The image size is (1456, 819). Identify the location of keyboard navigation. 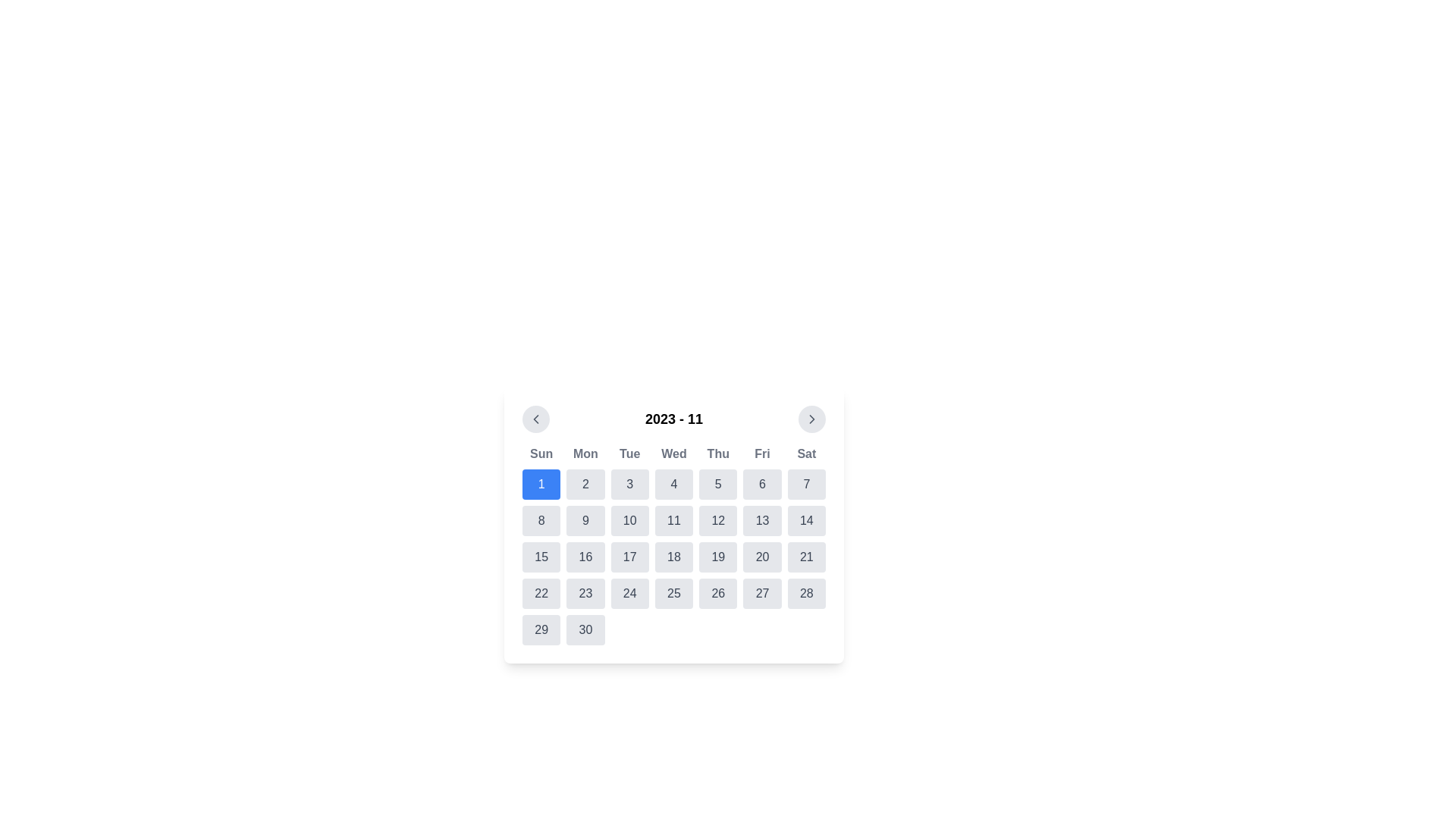
(629, 485).